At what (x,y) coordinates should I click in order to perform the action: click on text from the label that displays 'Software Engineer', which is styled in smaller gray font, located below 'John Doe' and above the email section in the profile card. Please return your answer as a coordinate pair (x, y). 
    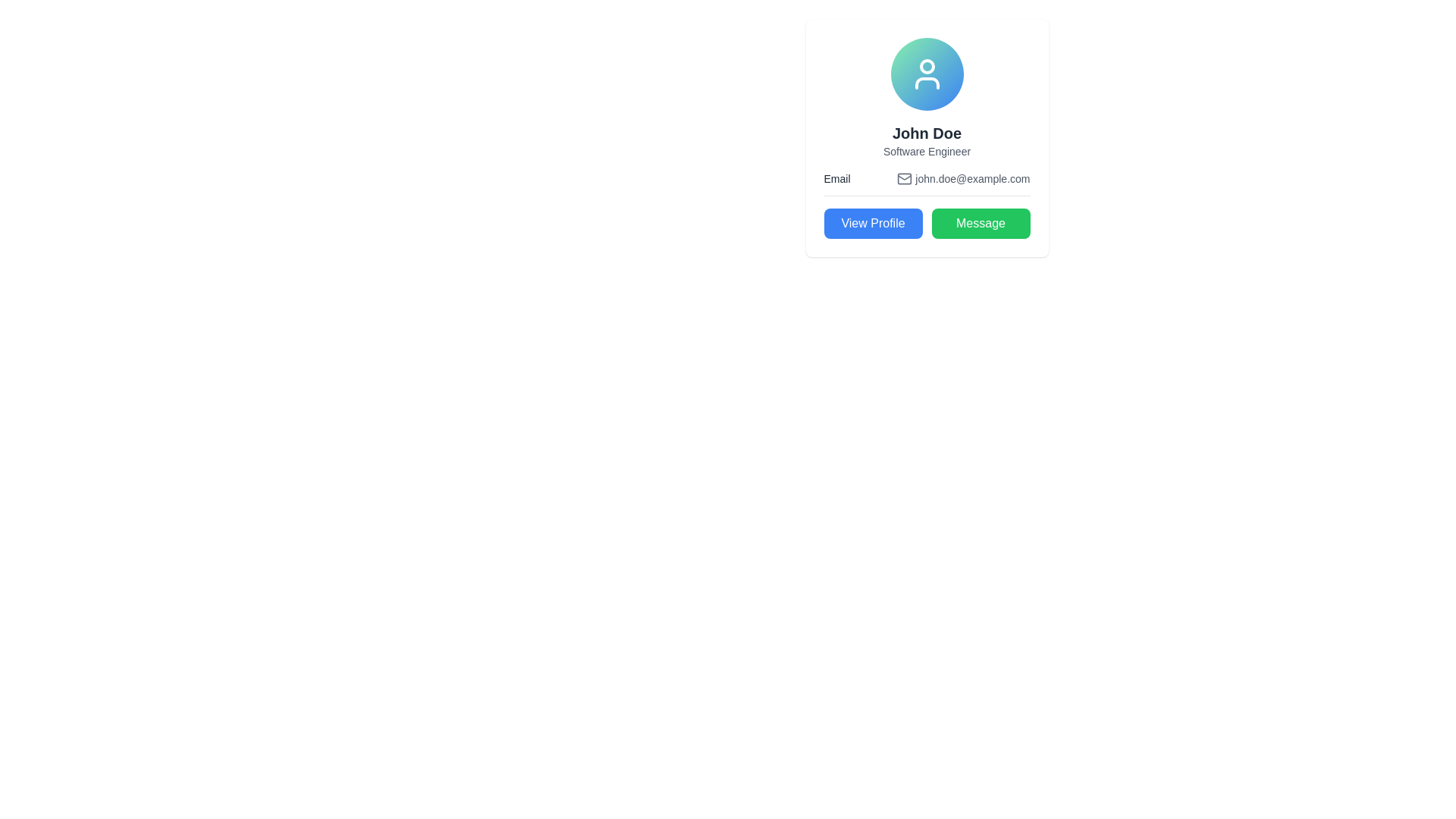
    Looking at the image, I should click on (926, 152).